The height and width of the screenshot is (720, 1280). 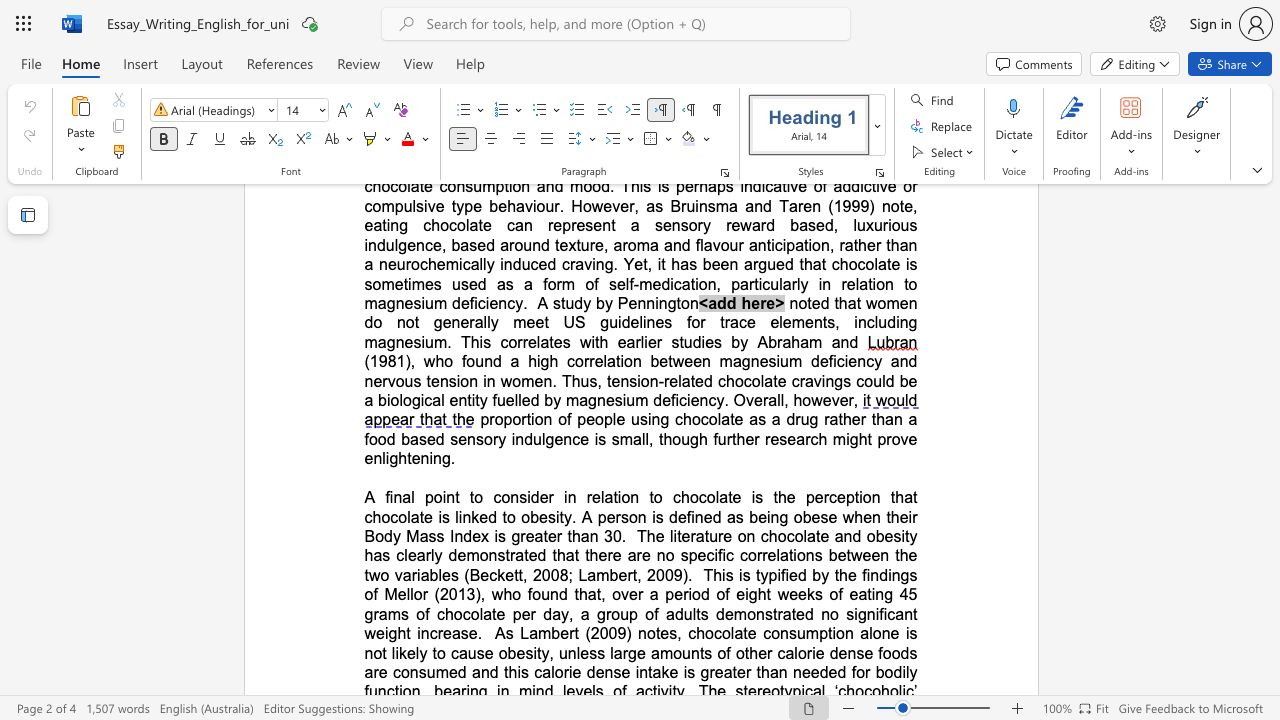 What do you see at coordinates (441, 496) in the screenshot?
I see `the subset text "in" within the text "A final point"` at bounding box center [441, 496].